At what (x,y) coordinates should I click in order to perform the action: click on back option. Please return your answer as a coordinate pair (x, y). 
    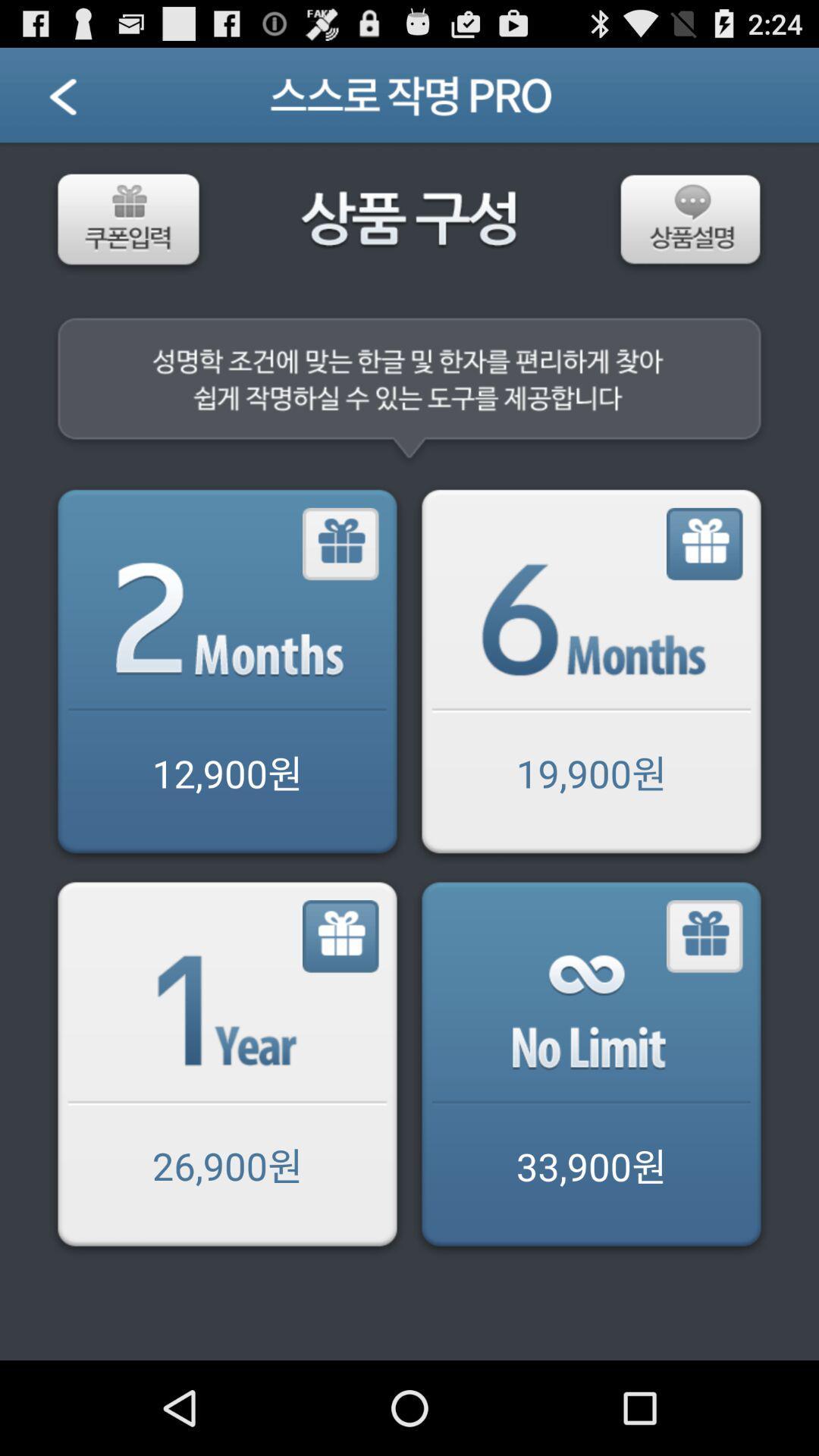
    Looking at the image, I should click on (82, 100).